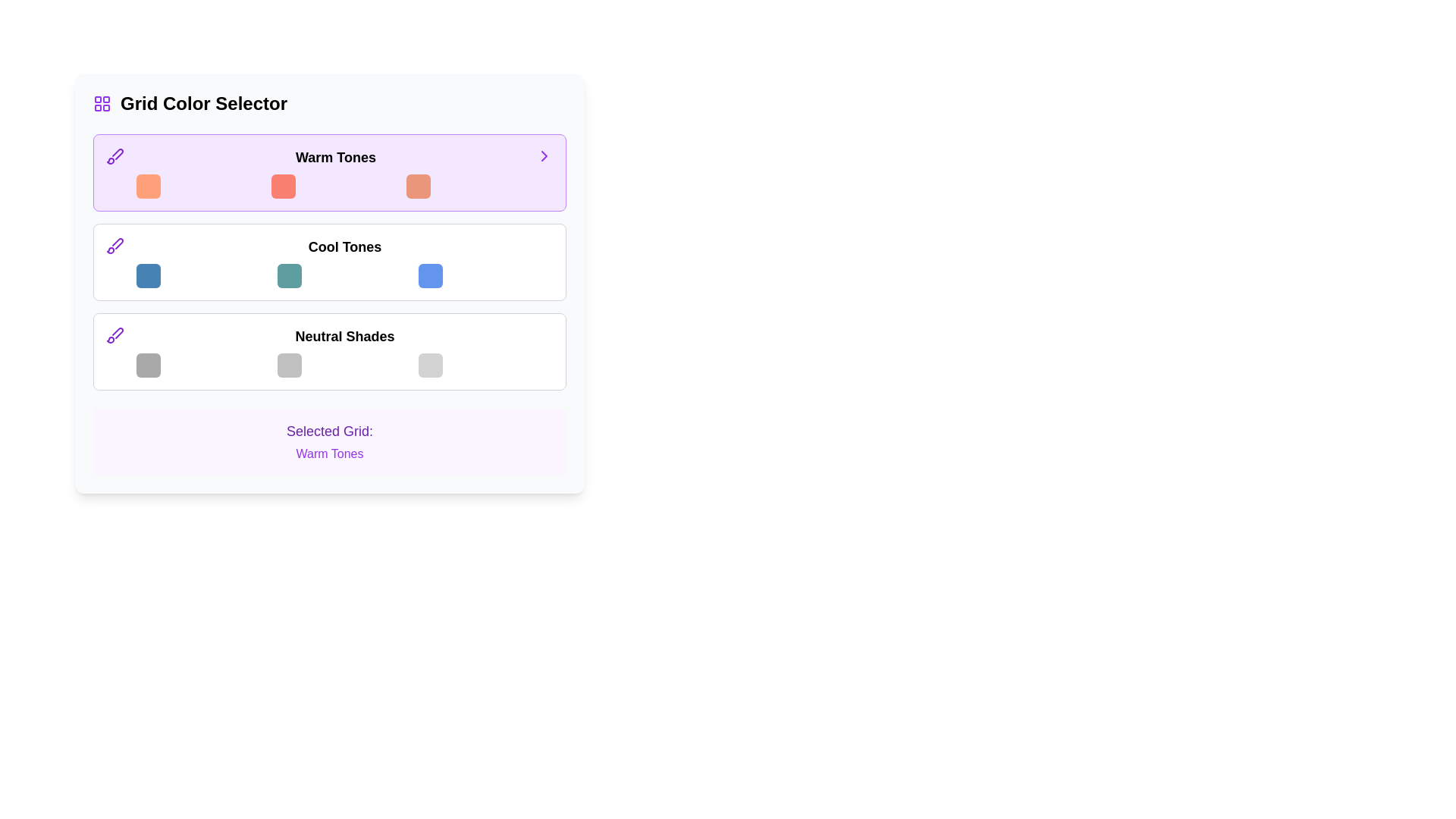 This screenshot has width=1456, height=819. Describe the element at coordinates (344, 351) in the screenshot. I see `the individual color buttons within the 'Neutral Shades' Labeled Color Selection Grid, which contains three square buttons filled with different neutral shades of gray` at that location.